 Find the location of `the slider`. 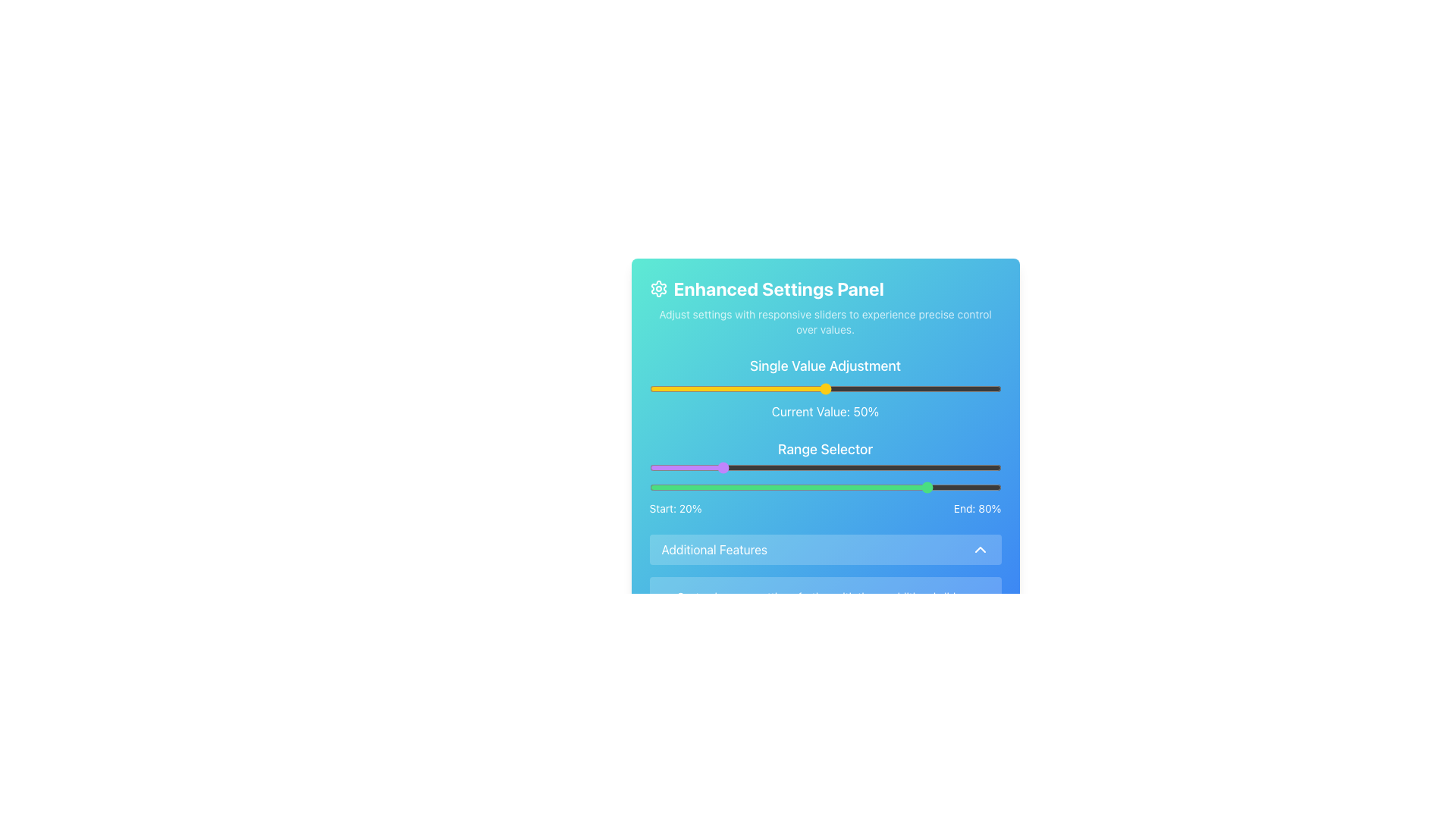

the slider is located at coordinates (842, 388).